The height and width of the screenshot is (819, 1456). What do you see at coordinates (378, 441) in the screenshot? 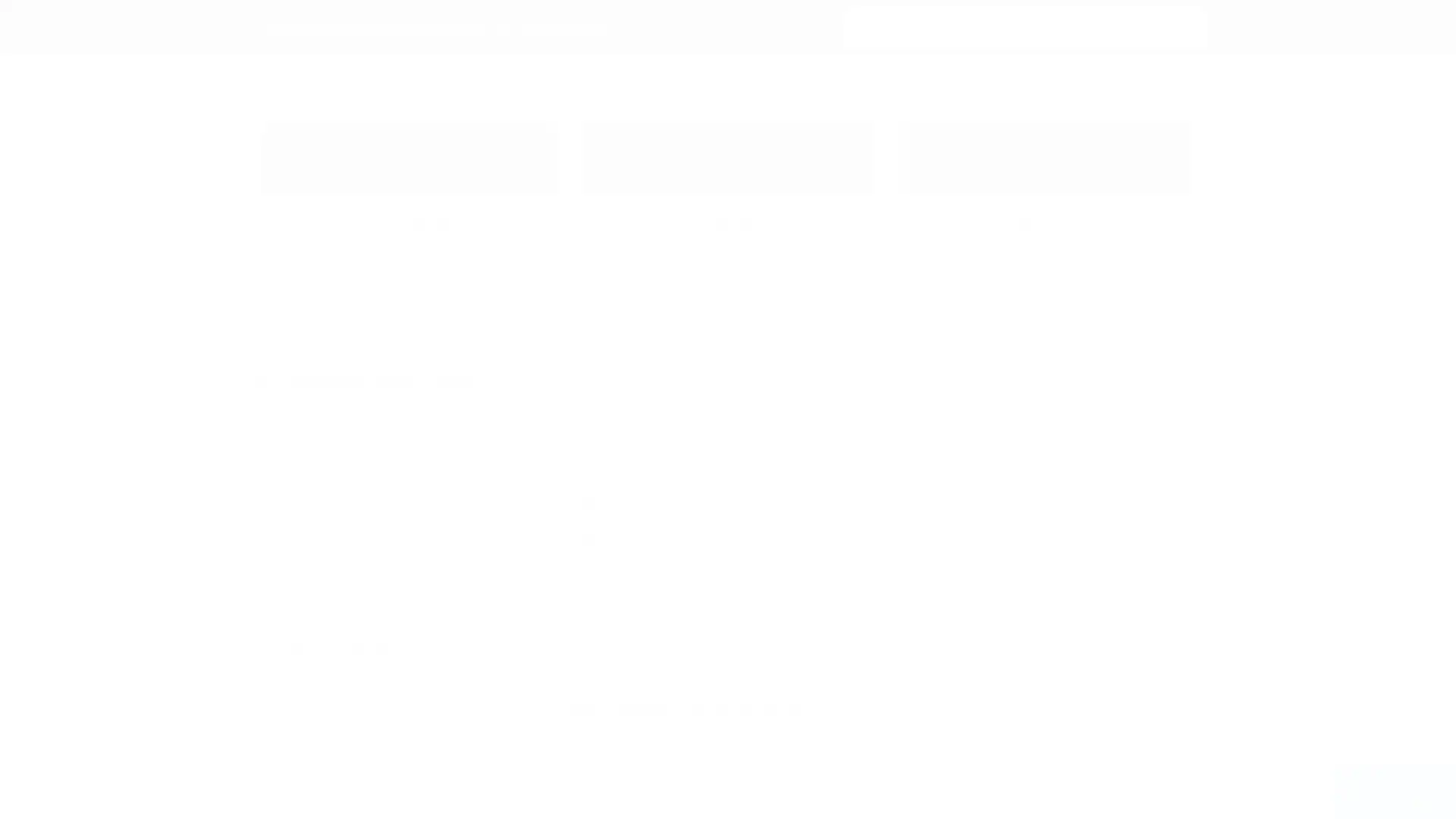
I see `Common issues` at bounding box center [378, 441].